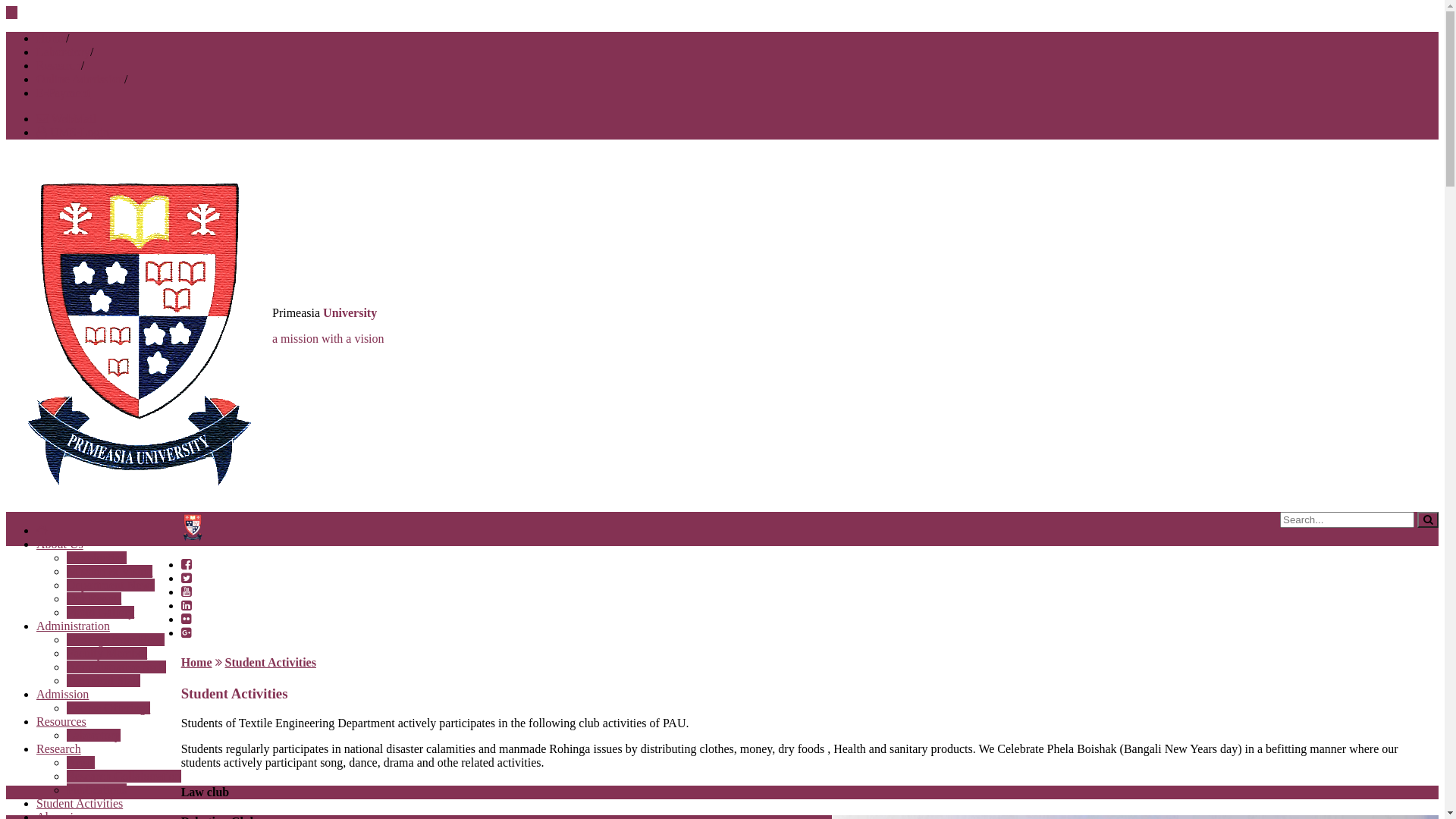  I want to click on 'Research', so click(58, 748).